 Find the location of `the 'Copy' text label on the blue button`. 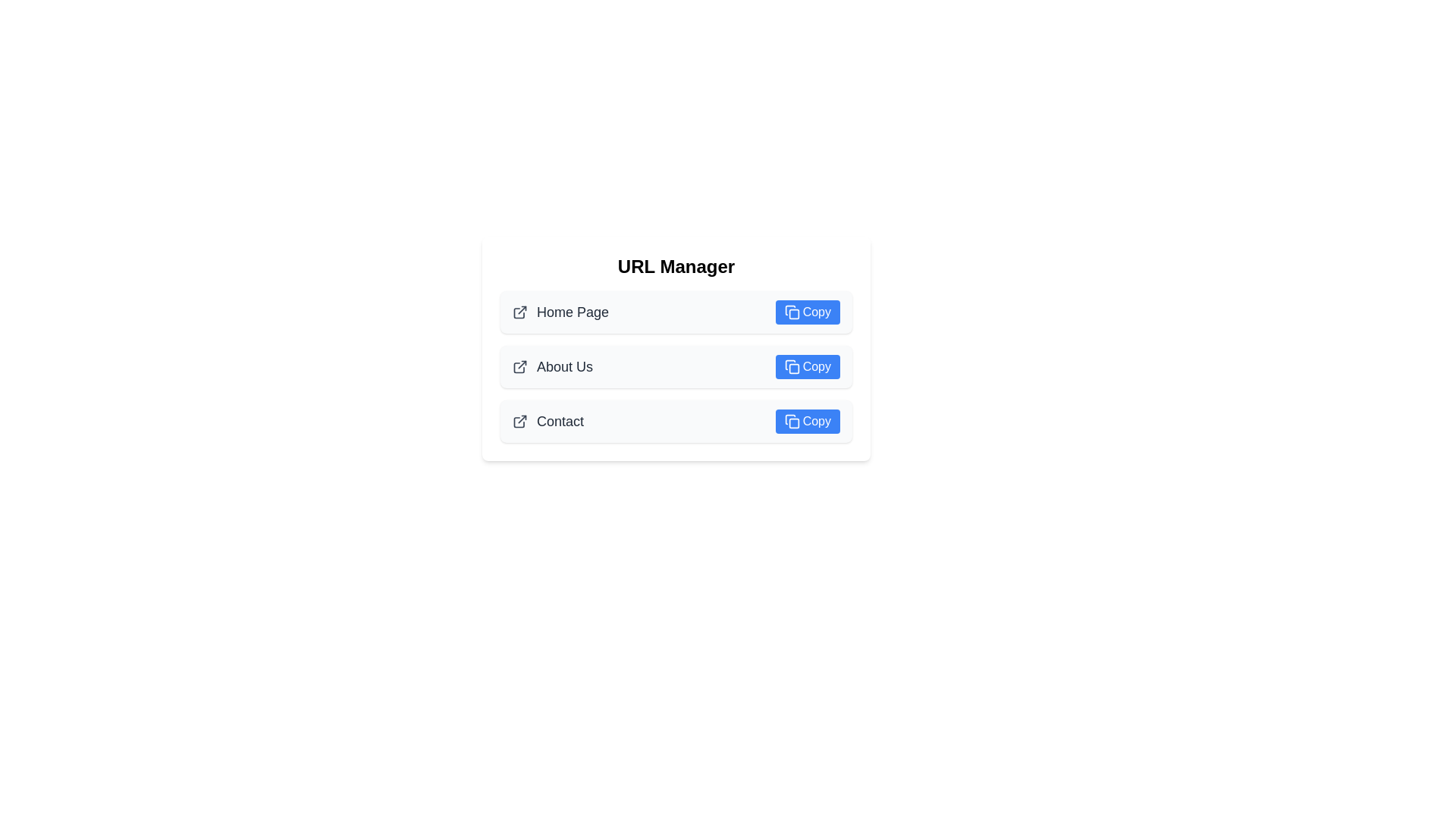

the 'Copy' text label on the blue button is located at coordinates (816, 366).